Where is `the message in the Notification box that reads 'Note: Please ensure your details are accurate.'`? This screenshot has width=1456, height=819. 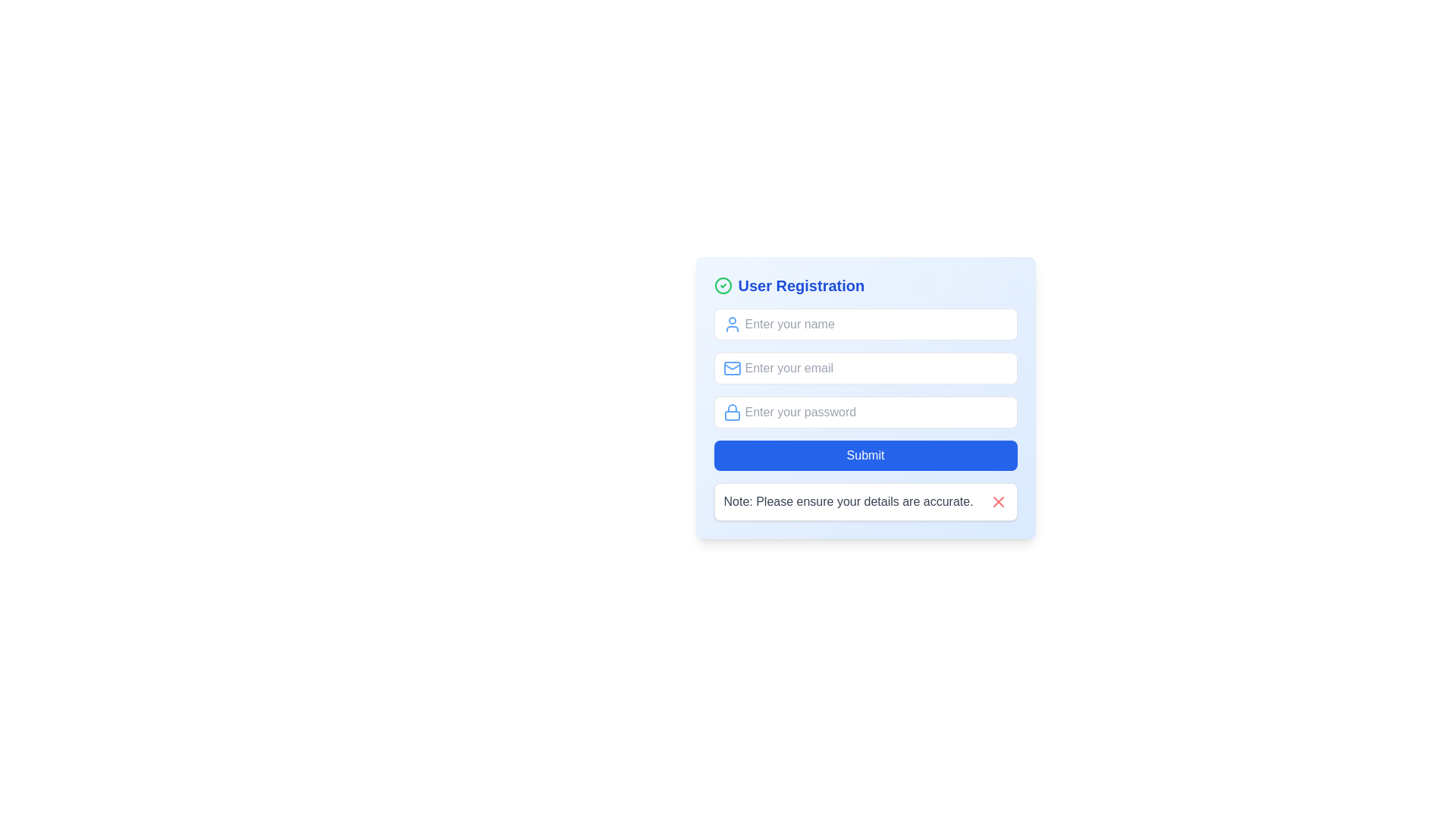
the message in the Notification box that reads 'Note: Please ensure your details are accurate.' is located at coordinates (865, 502).